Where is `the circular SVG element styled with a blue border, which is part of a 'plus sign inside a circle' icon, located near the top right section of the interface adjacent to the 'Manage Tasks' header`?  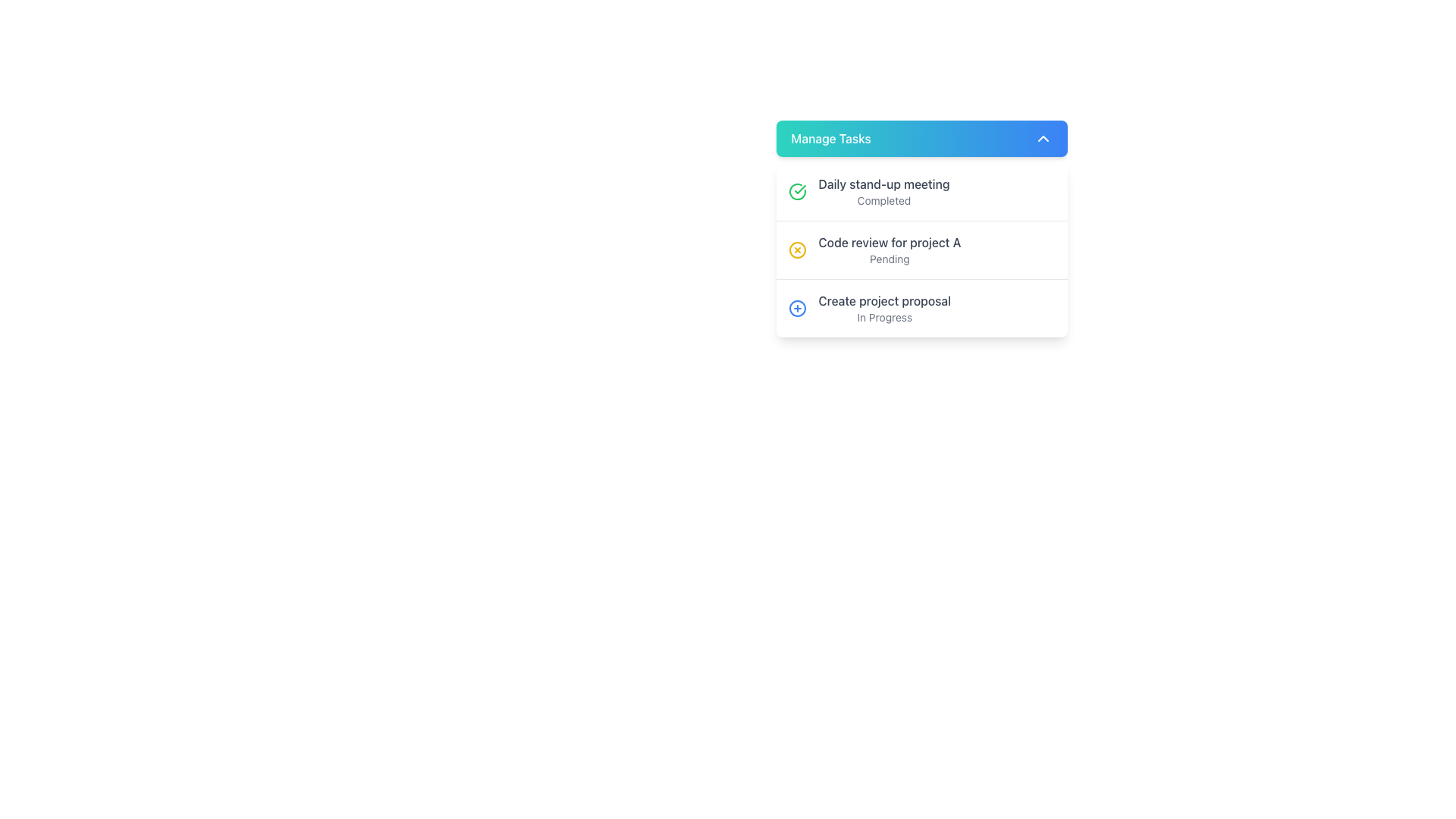 the circular SVG element styled with a blue border, which is part of a 'plus sign inside a circle' icon, located near the top right section of the interface adjacent to the 'Manage Tasks' header is located at coordinates (796, 308).